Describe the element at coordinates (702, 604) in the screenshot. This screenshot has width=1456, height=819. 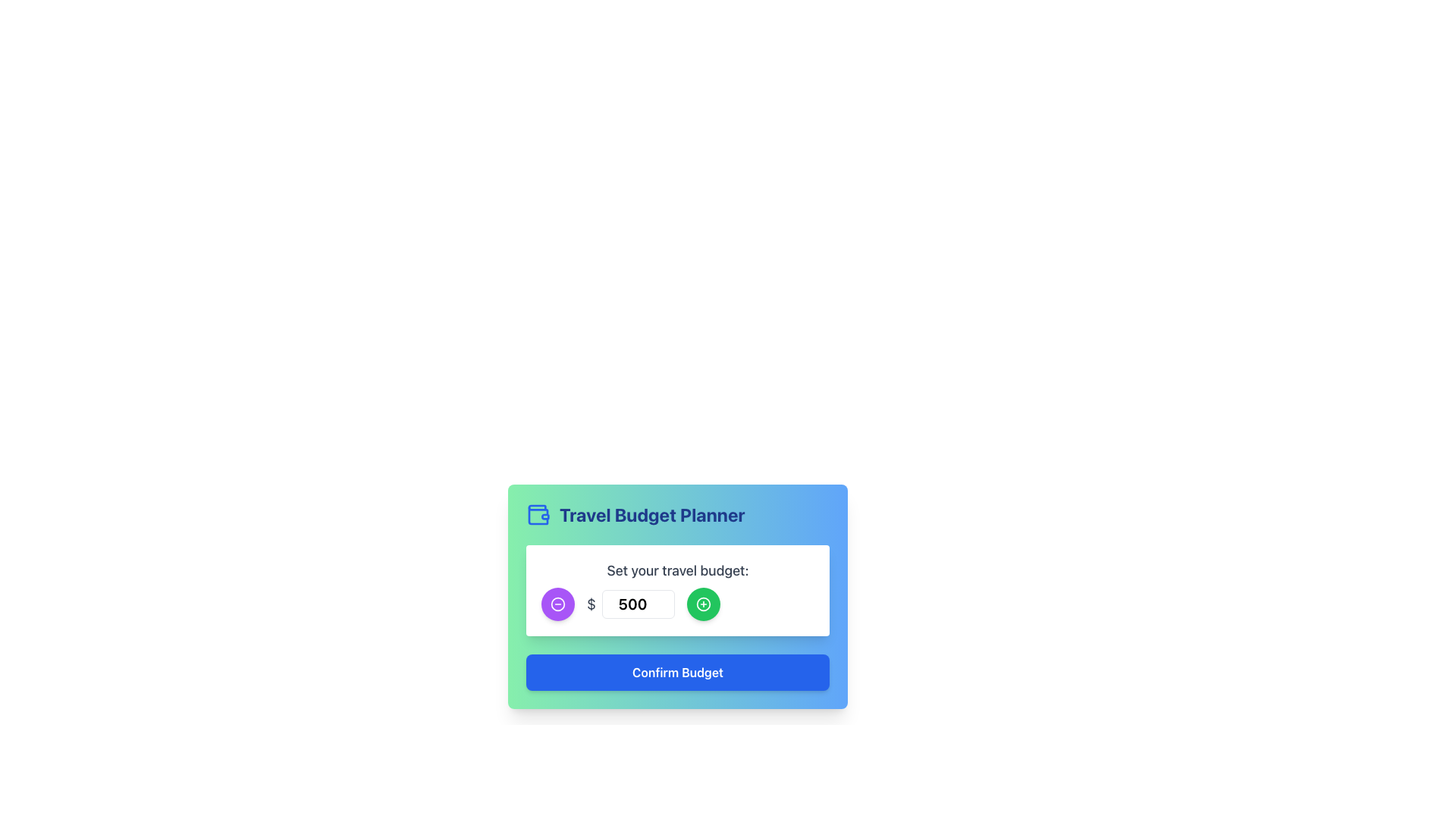
I see `the small circular green button with a plus sign icon` at that location.